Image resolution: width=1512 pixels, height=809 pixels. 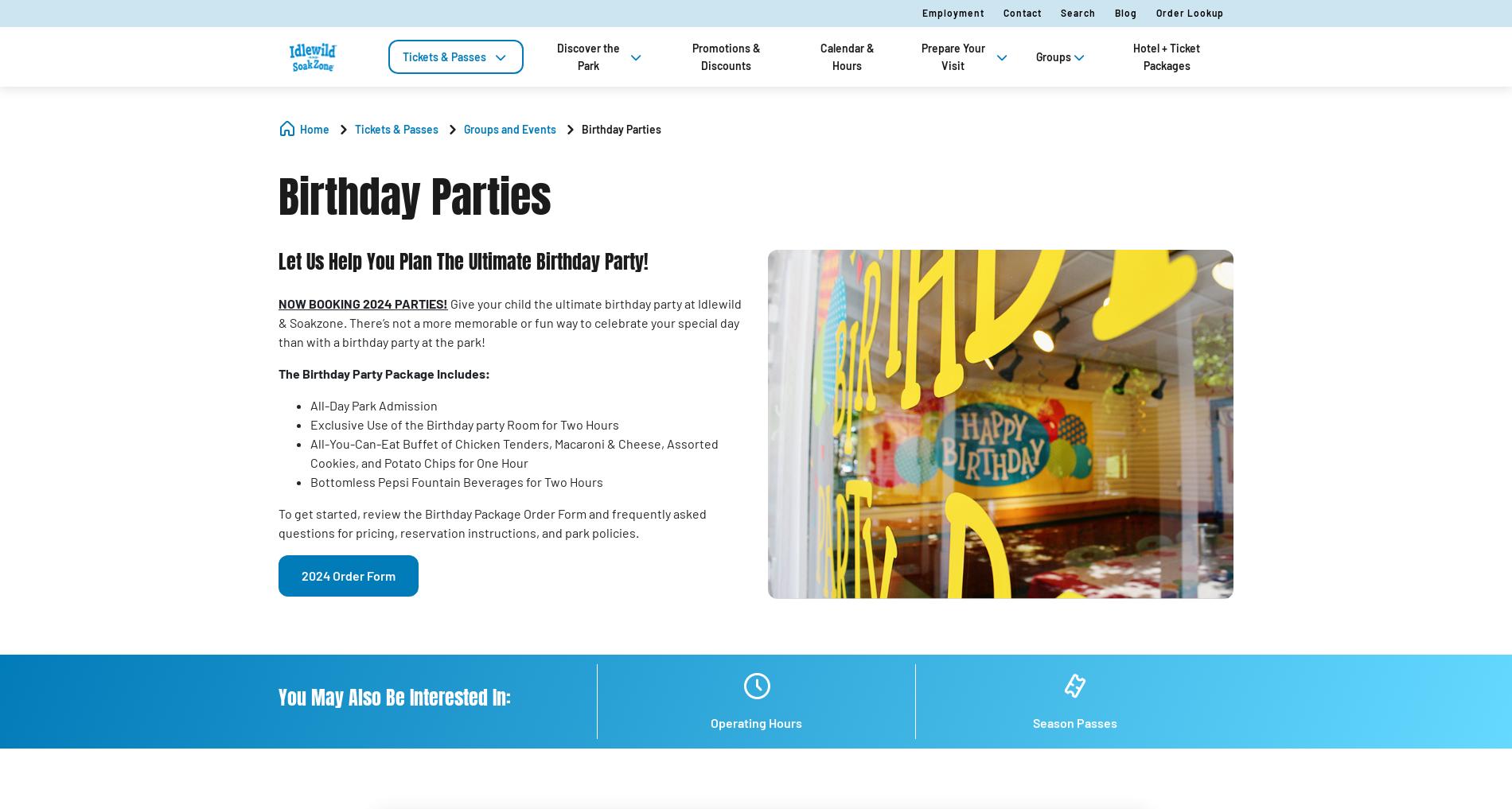 What do you see at coordinates (347, 574) in the screenshot?
I see `'2024 Order Form'` at bounding box center [347, 574].